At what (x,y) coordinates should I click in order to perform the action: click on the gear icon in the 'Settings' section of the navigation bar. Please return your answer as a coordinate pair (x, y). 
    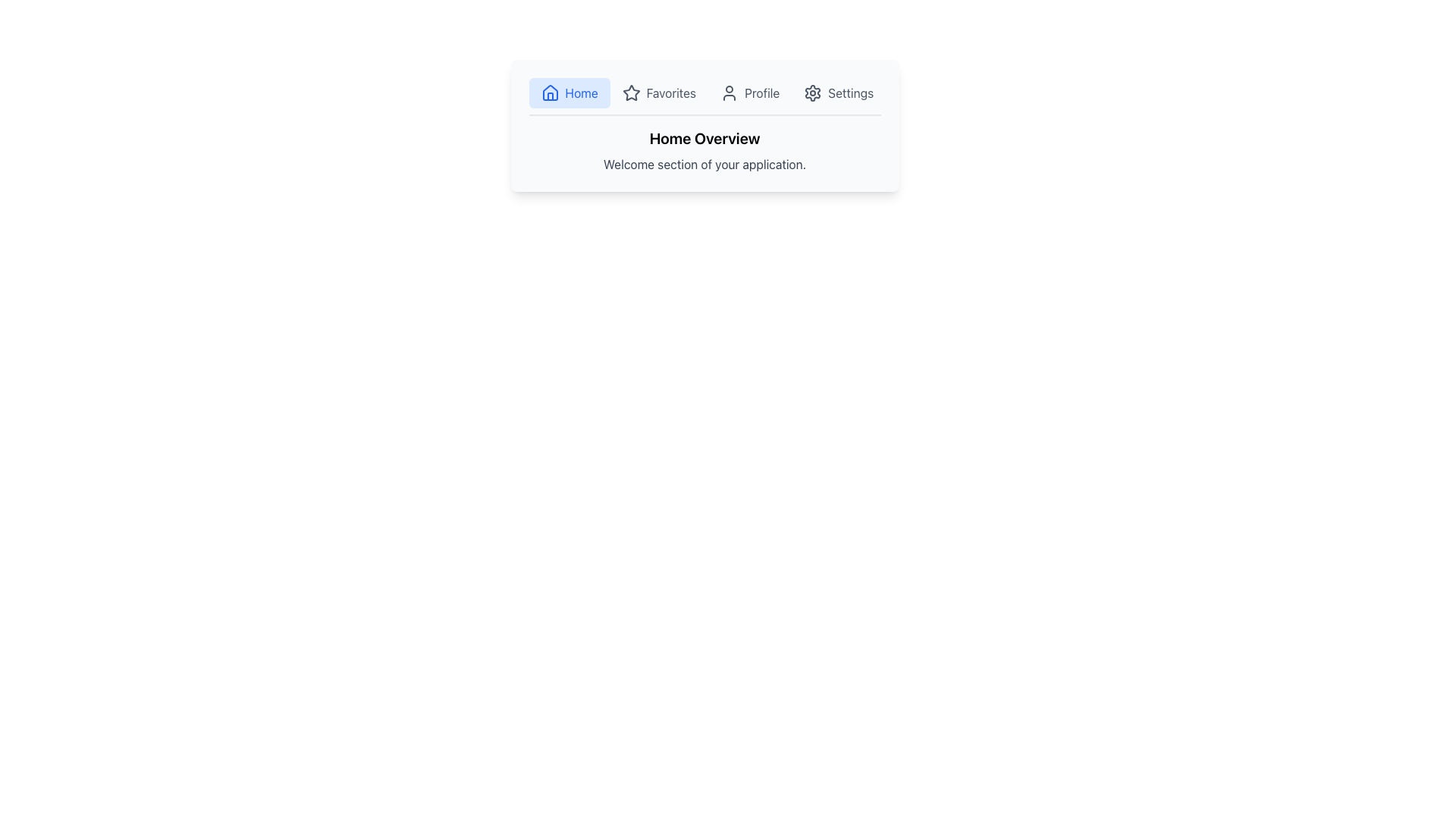
    Looking at the image, I should click on (811, 93).